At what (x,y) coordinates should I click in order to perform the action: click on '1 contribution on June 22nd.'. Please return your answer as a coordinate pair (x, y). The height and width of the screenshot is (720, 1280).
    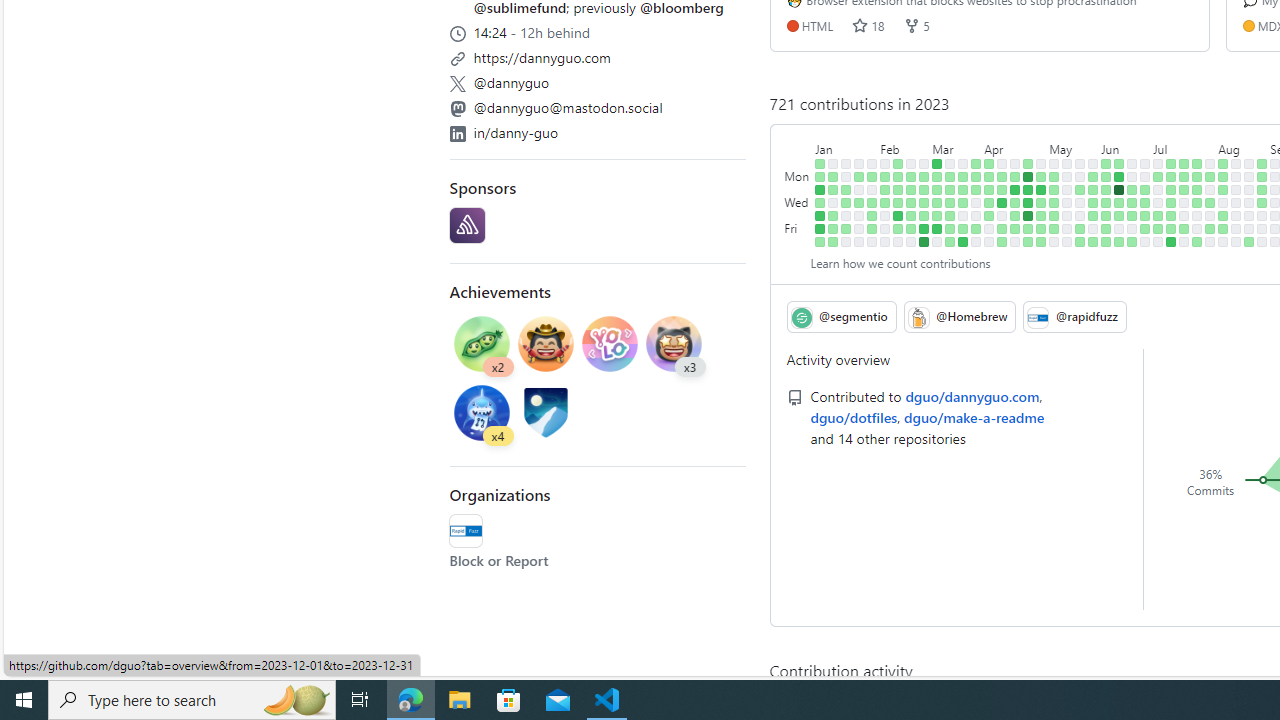
    Looking at the image, I should click on (1132, 215).